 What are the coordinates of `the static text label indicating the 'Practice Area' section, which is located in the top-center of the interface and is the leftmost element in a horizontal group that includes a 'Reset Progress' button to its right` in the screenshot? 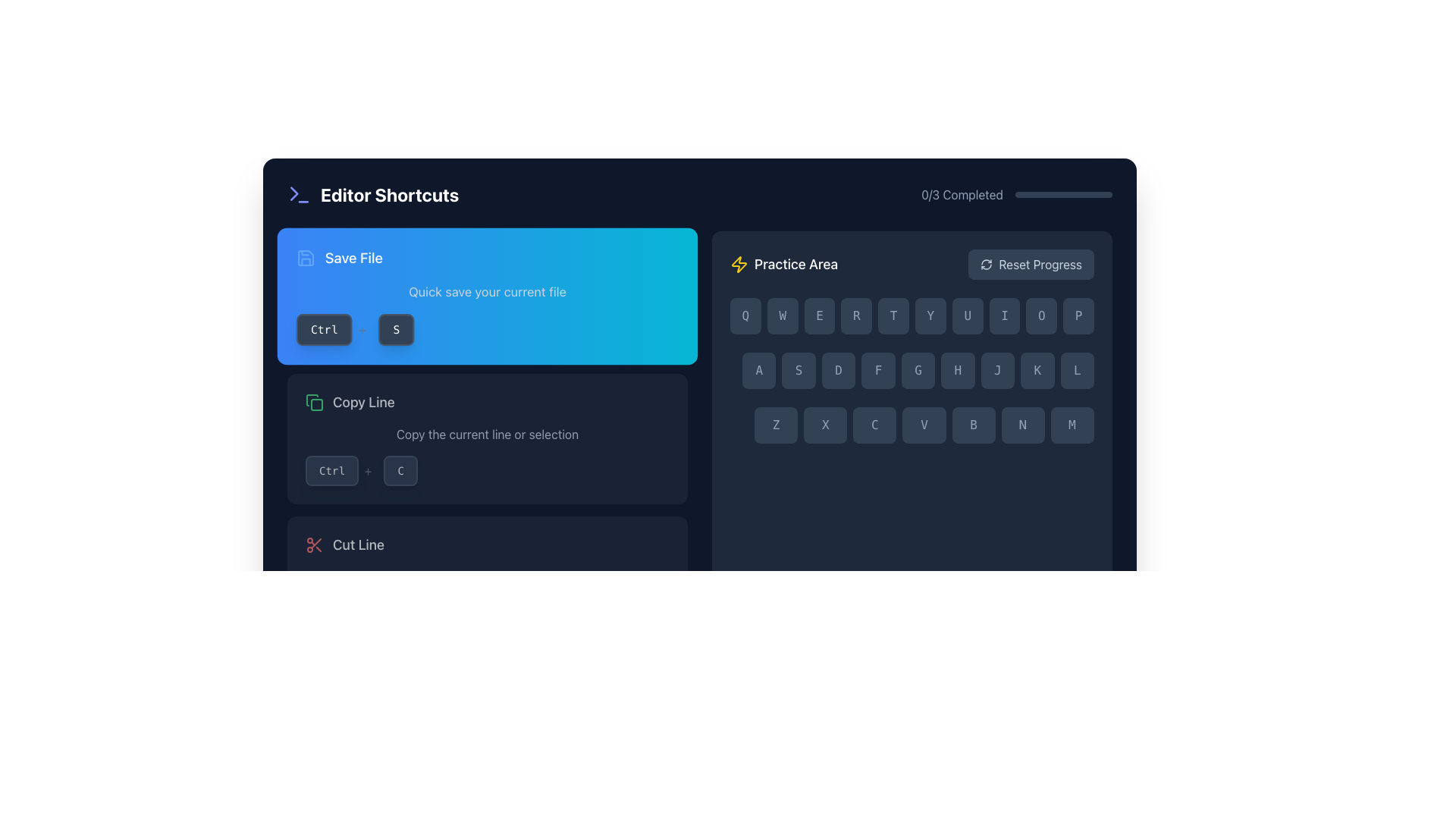 It's located at (784, 263).